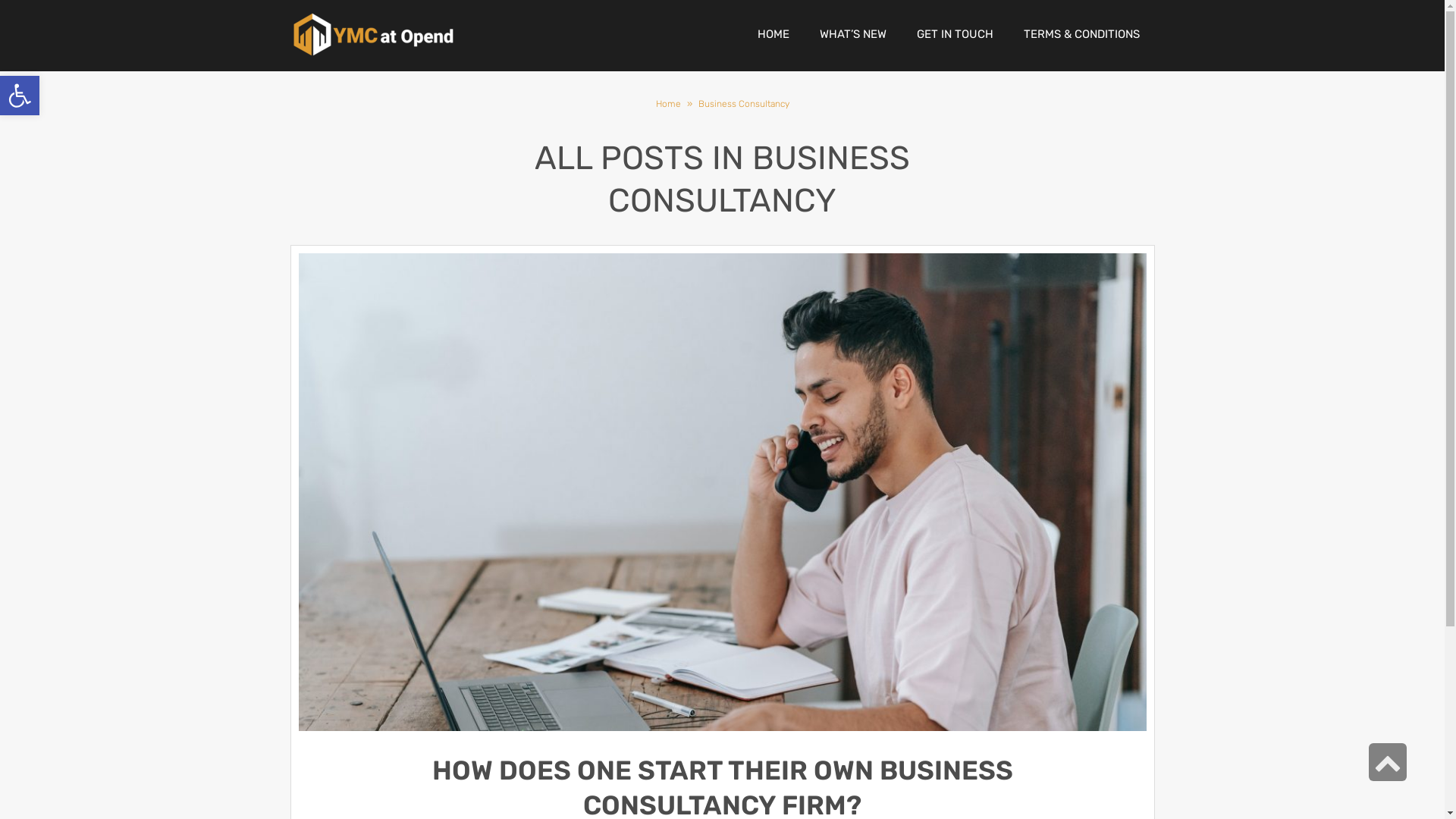 The height and width of the screenshot is (819, 1456). What do you see at coordinates (953, 34) in the screenshot?
I see `'GET IN TOUCH'` at bounding box center [953, 34].